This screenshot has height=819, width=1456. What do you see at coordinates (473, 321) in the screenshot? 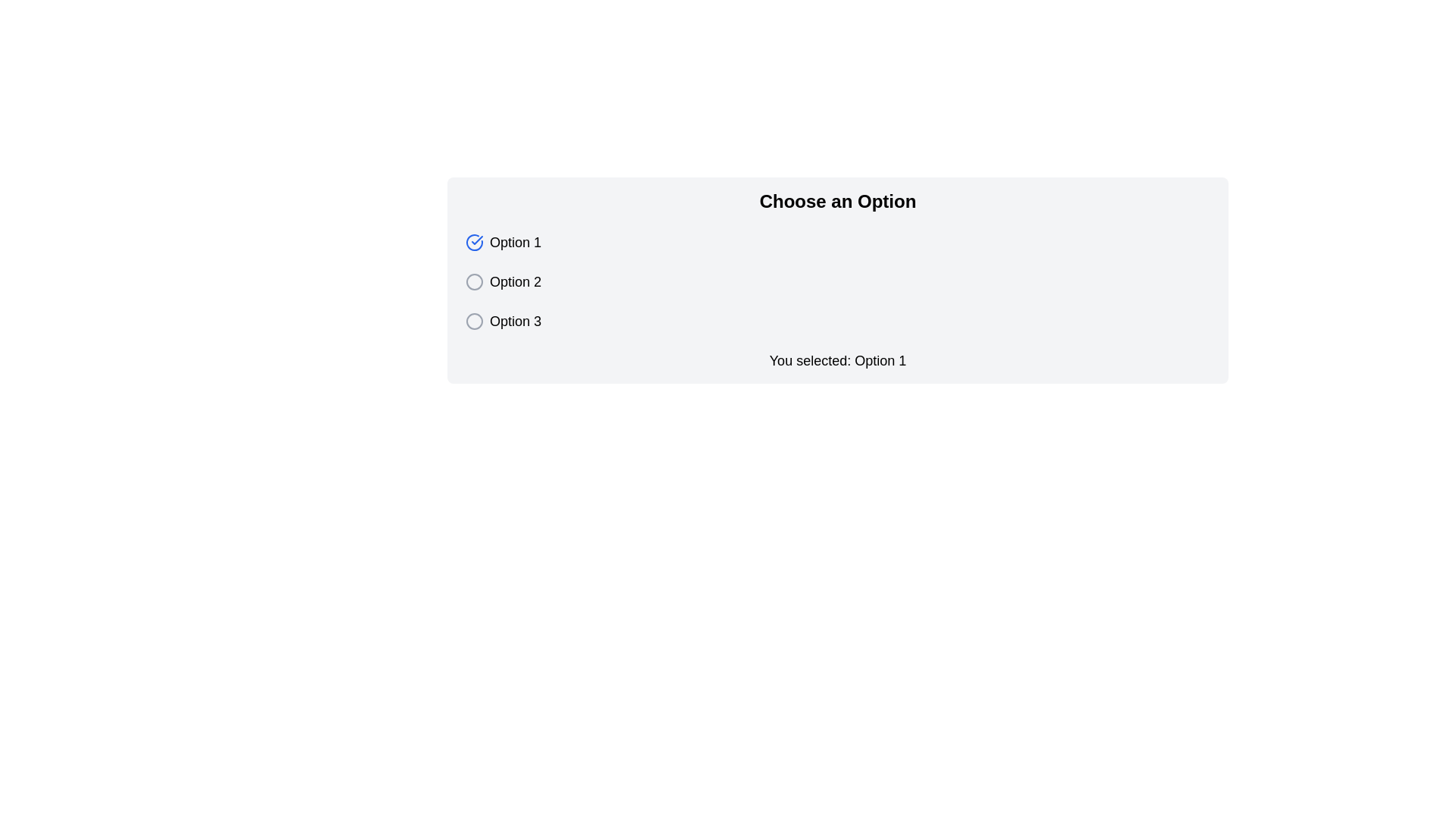
I see `the circular center of the unselected radio button for 'Option 3'` at bounding box center [473, 321].